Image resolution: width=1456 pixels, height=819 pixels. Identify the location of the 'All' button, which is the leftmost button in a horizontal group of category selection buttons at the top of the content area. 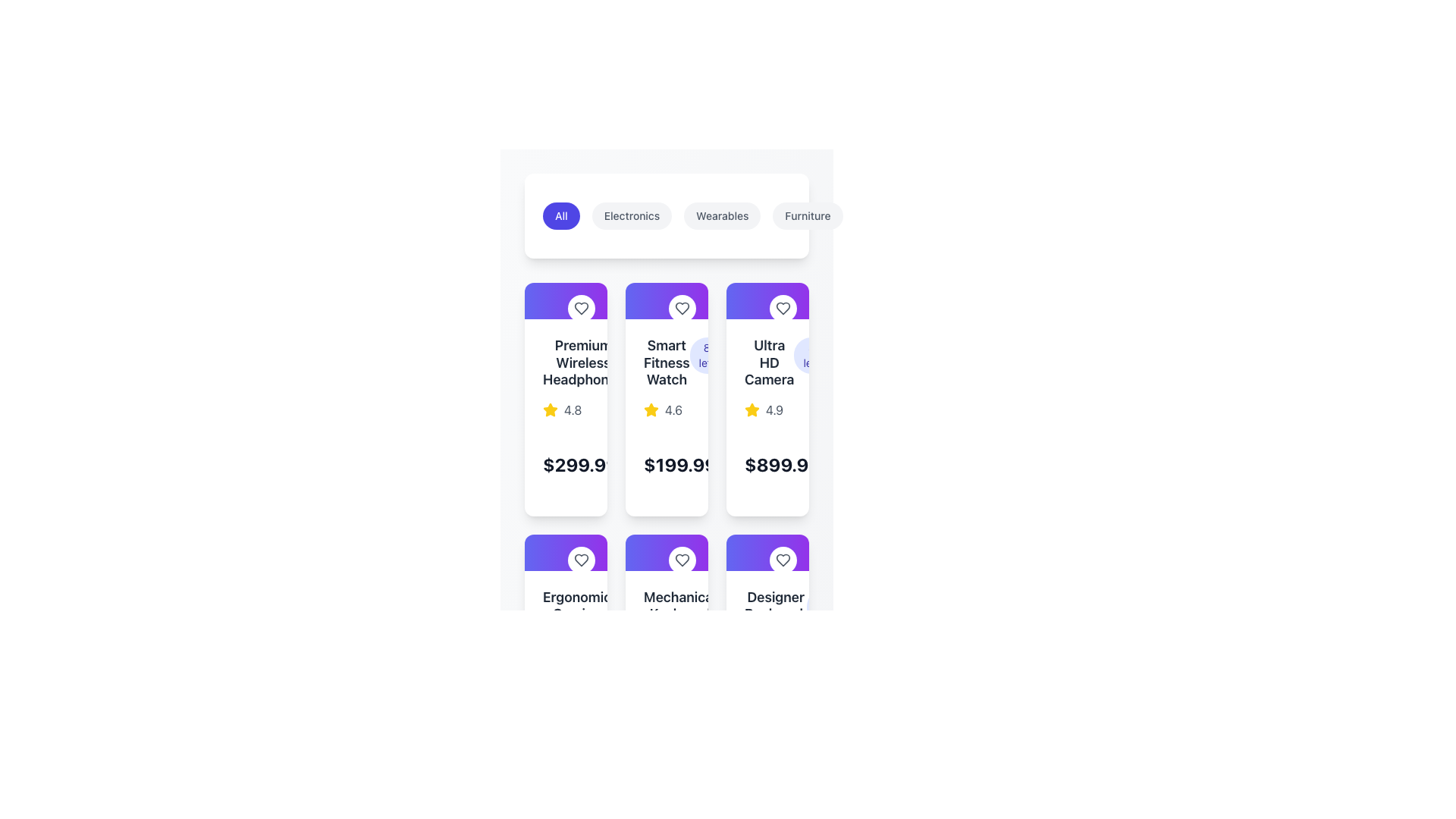
(560, 216).